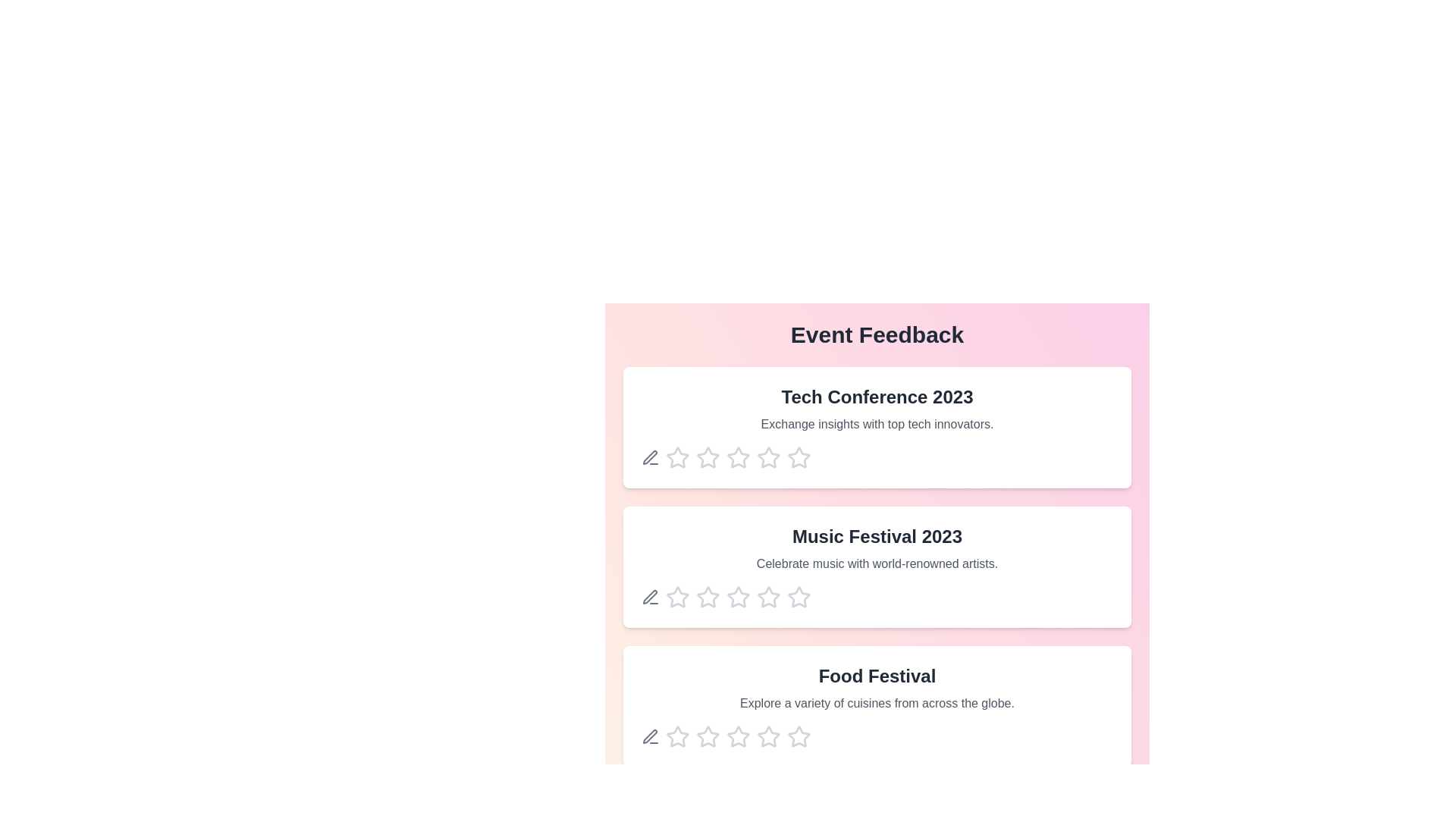 This screenshot has height=819, width=1456. Describe the element at coordinates (768, 457) in the screenshot. I see `the star corresponding to the rating 4` at that location.